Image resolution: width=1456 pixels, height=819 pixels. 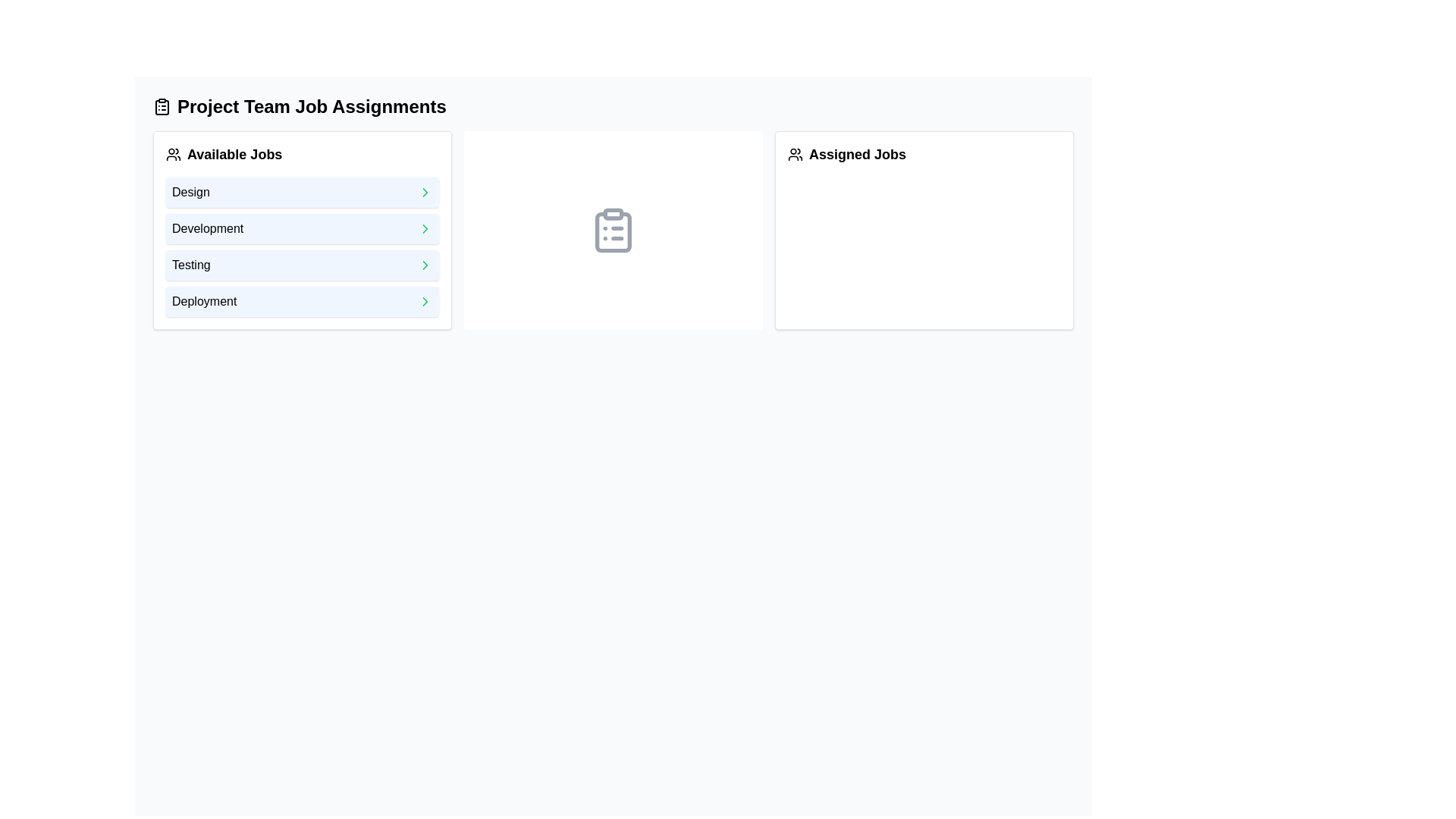 I want to click on the chevron icon on the right side of the 'Development' entry in the 'Available Jobs' list, so click(x=425, y=228).